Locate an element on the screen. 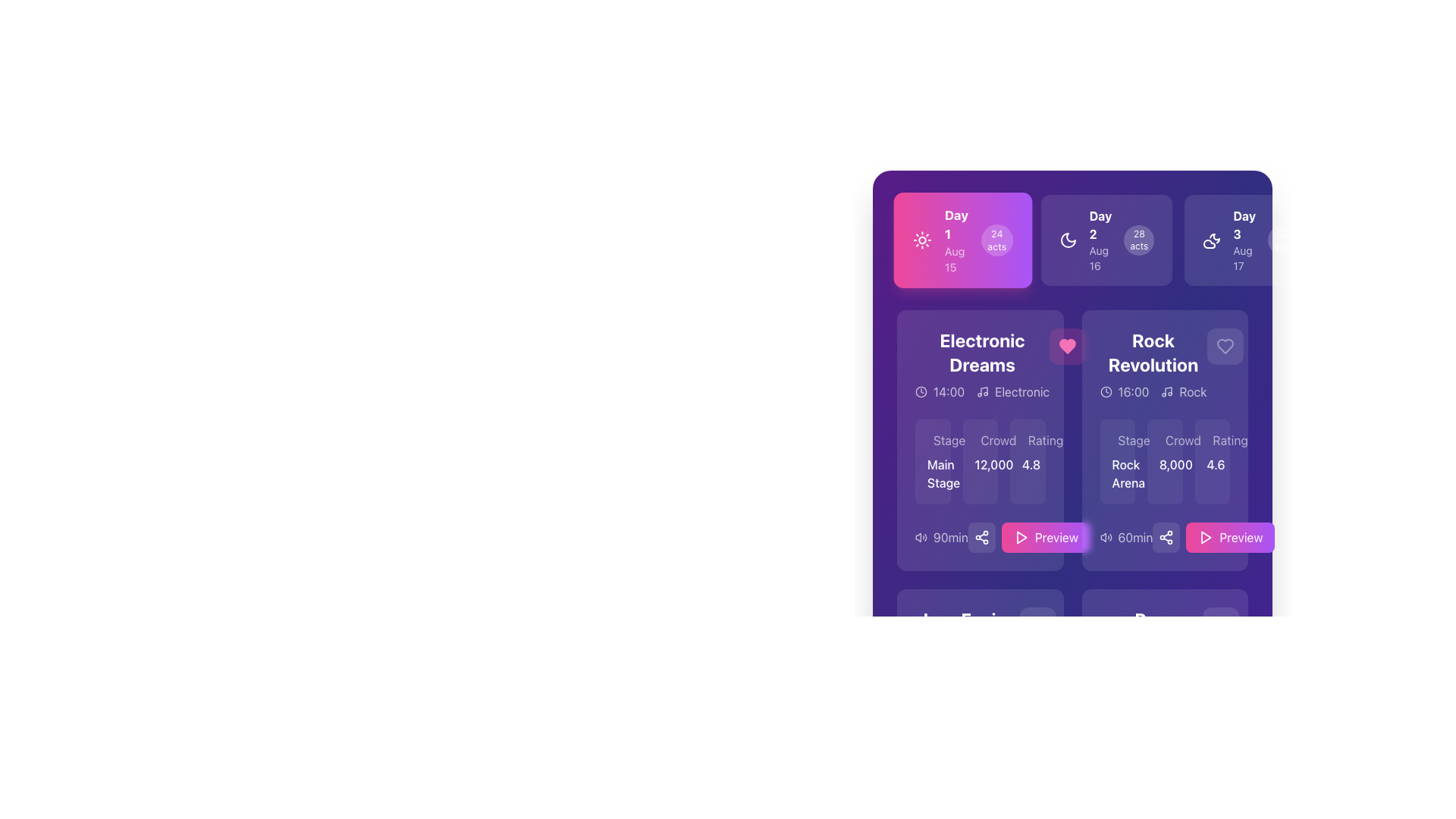  the 'Stage' text label, which is a small rectangular area with white semi-transparent text, located in the top-left corner of the 'Rock Arena' card is located at coordinates (1117, 441).